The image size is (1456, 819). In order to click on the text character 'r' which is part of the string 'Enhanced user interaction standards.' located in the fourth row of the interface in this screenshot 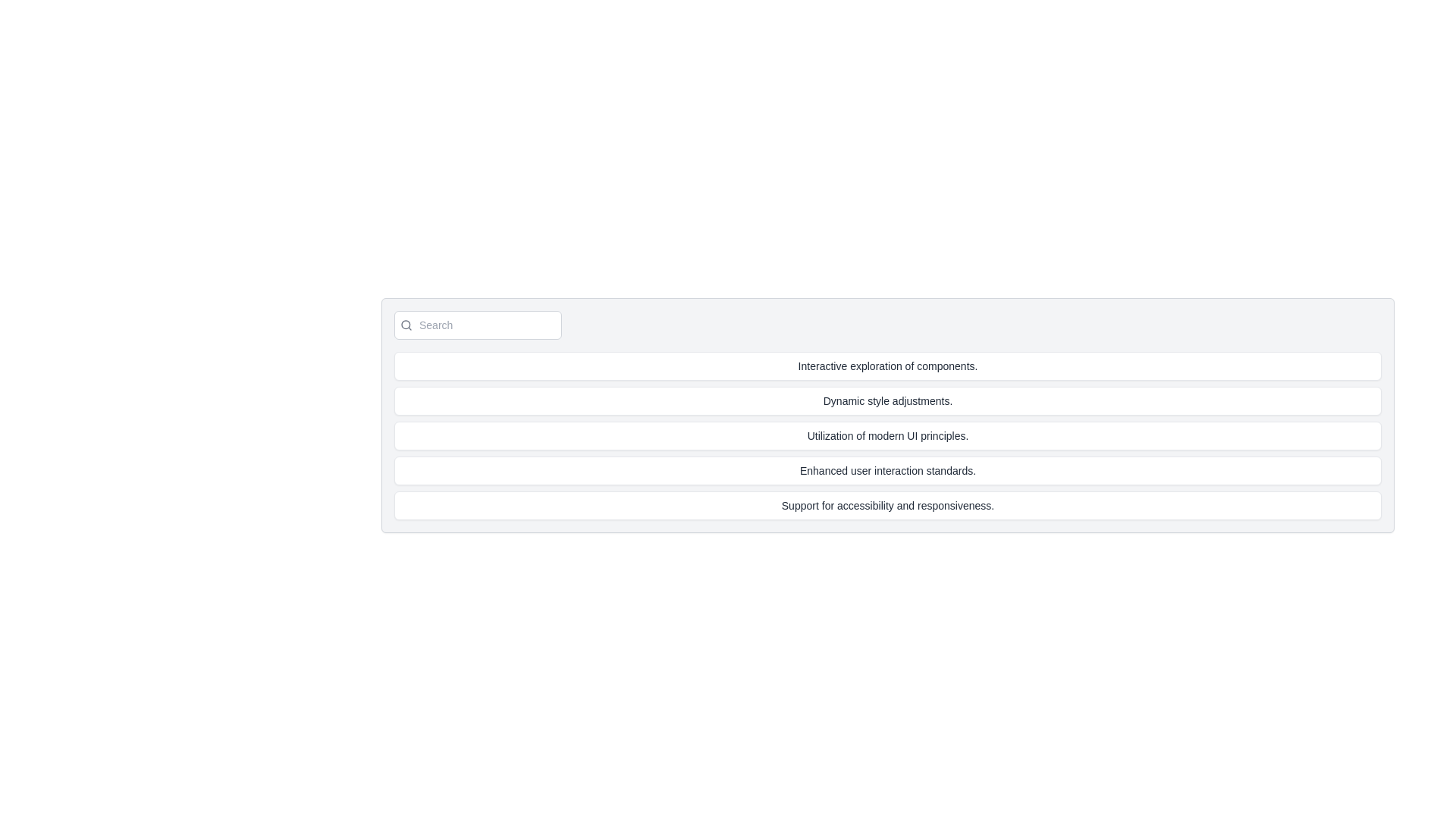, I will do `click(959, 470)`.